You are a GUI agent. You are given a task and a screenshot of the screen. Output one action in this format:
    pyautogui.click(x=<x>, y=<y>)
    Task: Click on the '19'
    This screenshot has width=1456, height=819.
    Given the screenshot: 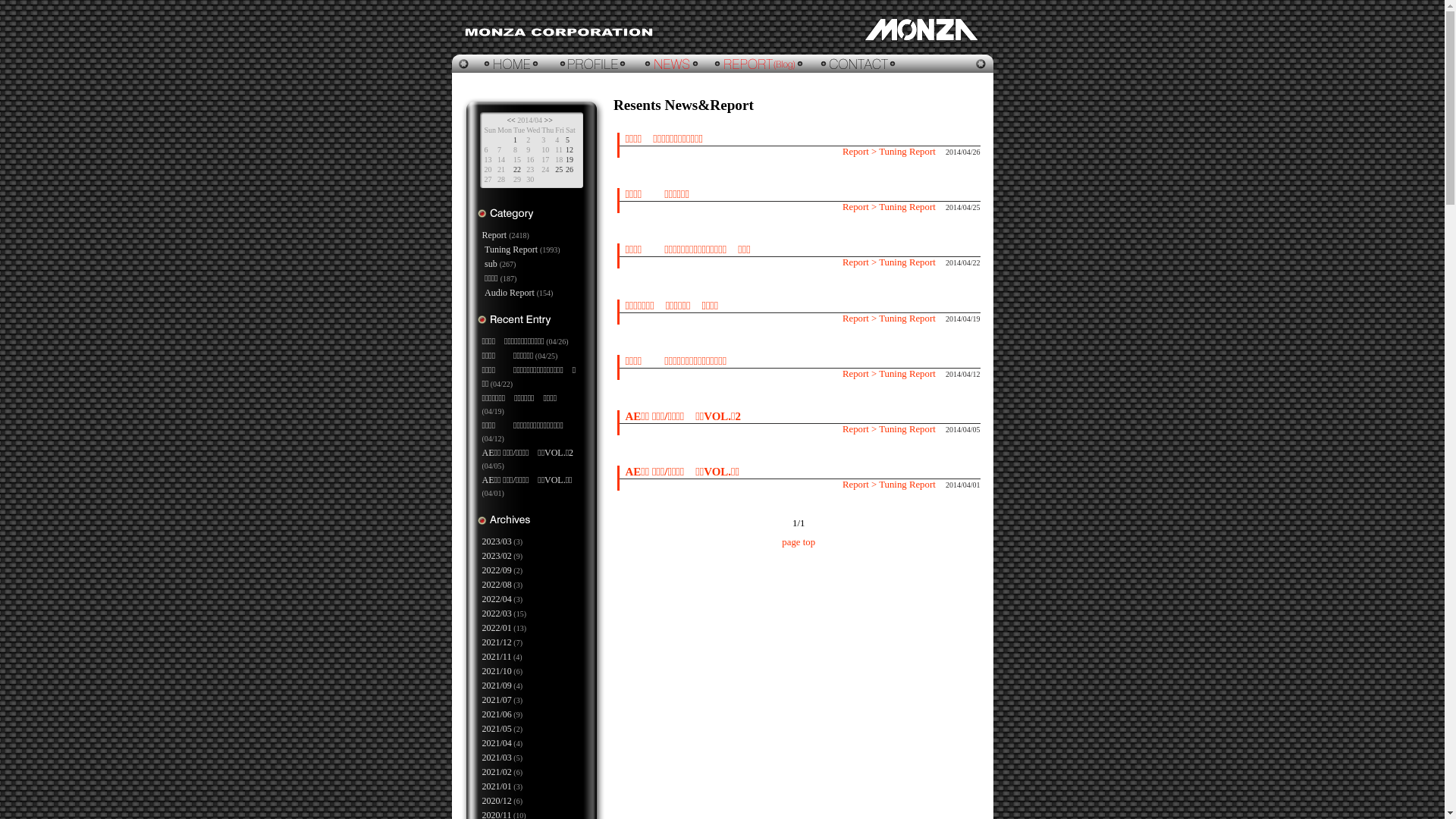 What is the action you would take?
    pyautogui.click(x=568, y=159)
    